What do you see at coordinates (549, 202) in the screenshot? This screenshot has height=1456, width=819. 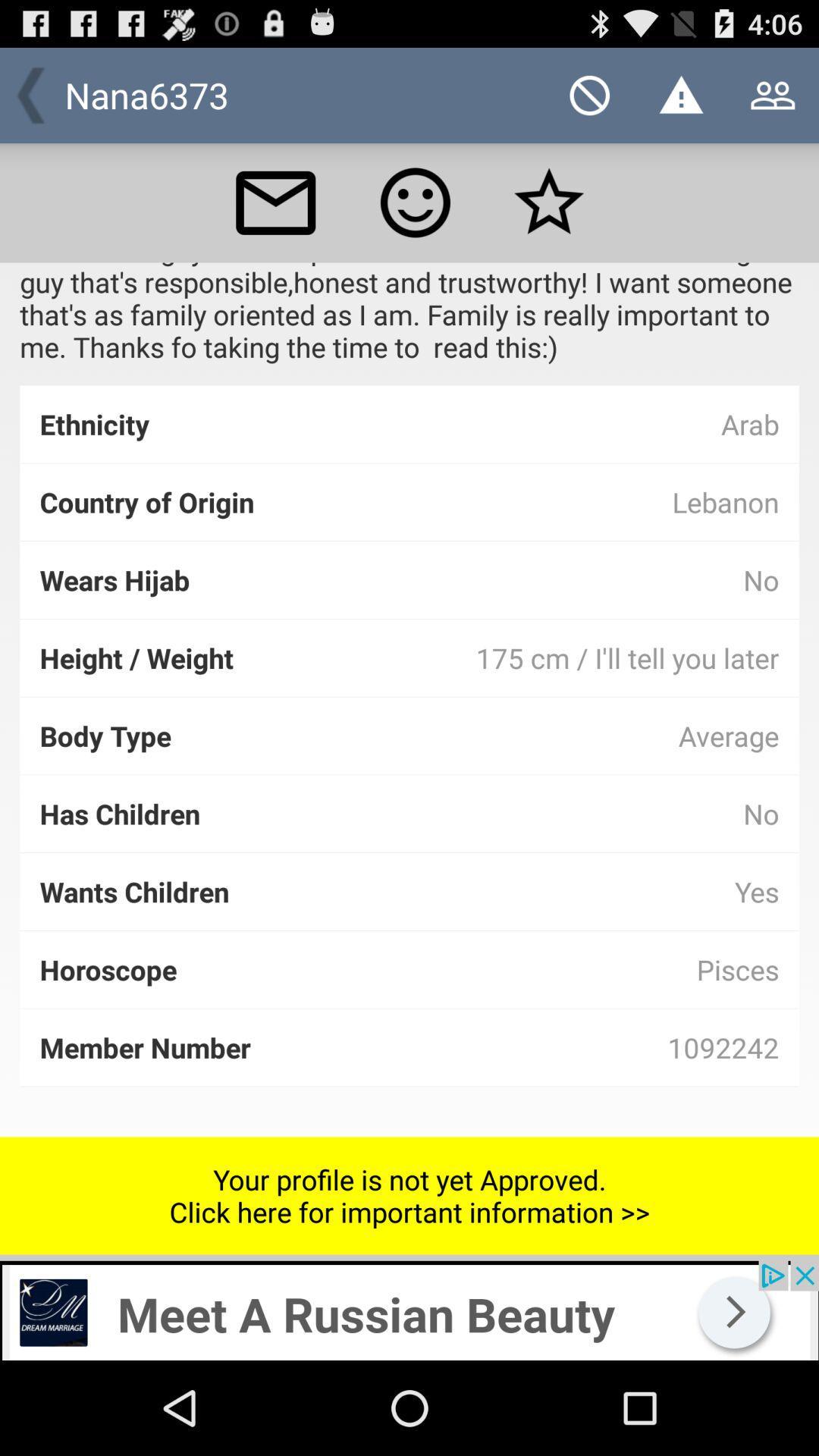 I see `set as favorite` at bounding box center [549, 202].